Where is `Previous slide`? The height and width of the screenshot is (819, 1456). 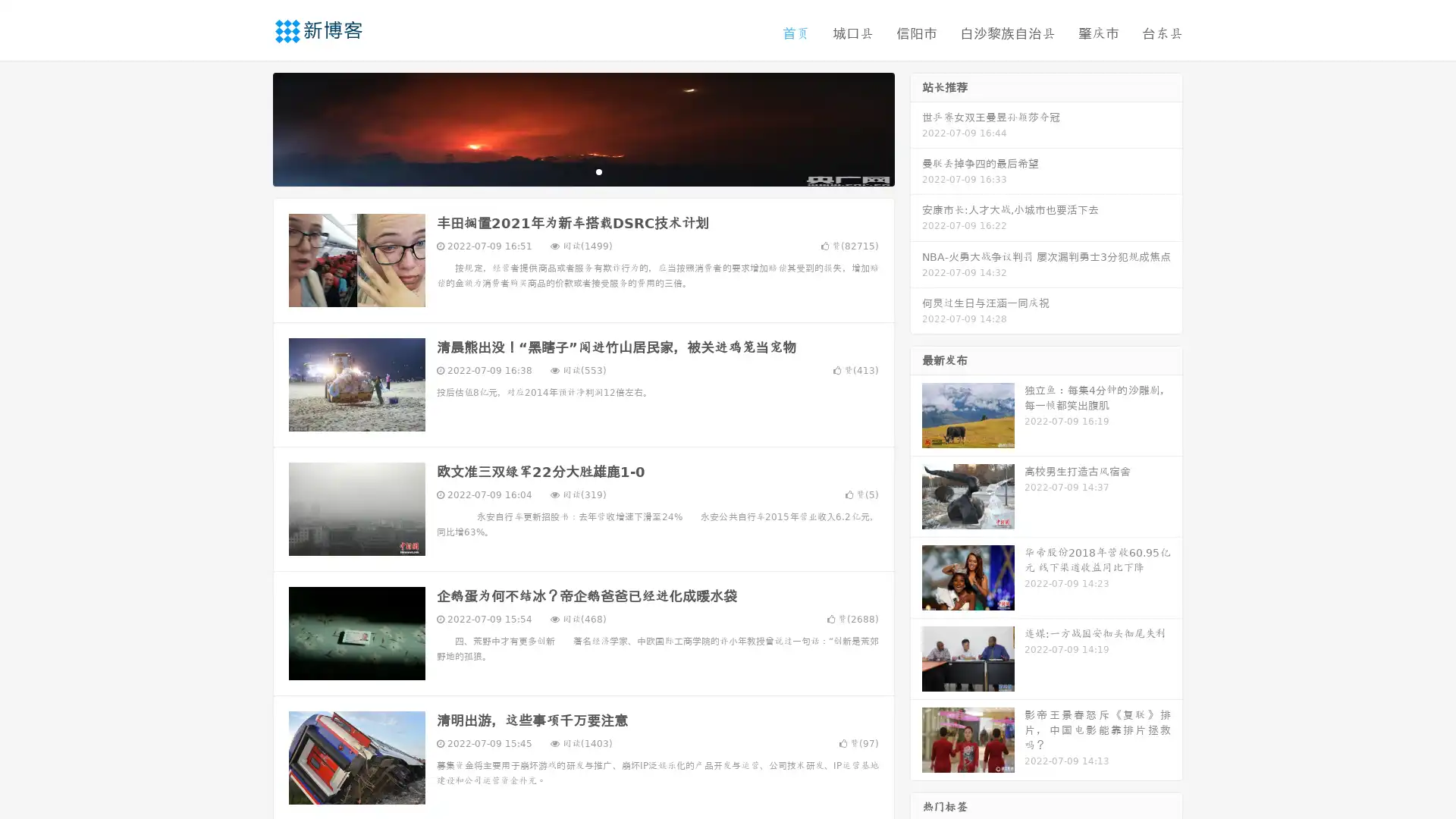 Previous slide is located at coordinates (250, 127).